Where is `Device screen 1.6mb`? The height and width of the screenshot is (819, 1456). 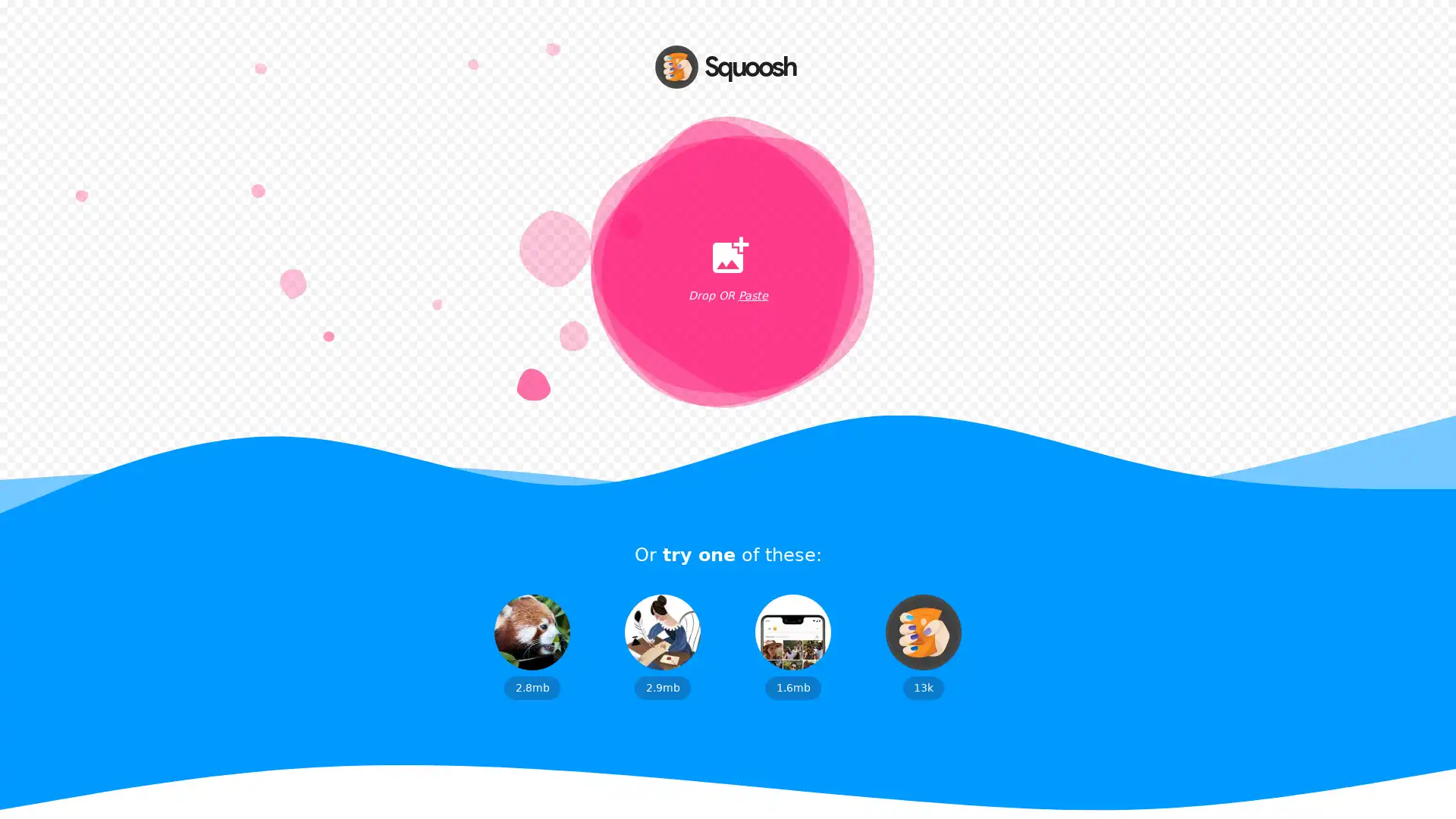 Device screen 1.6mb is located at coordinates (792, 646).